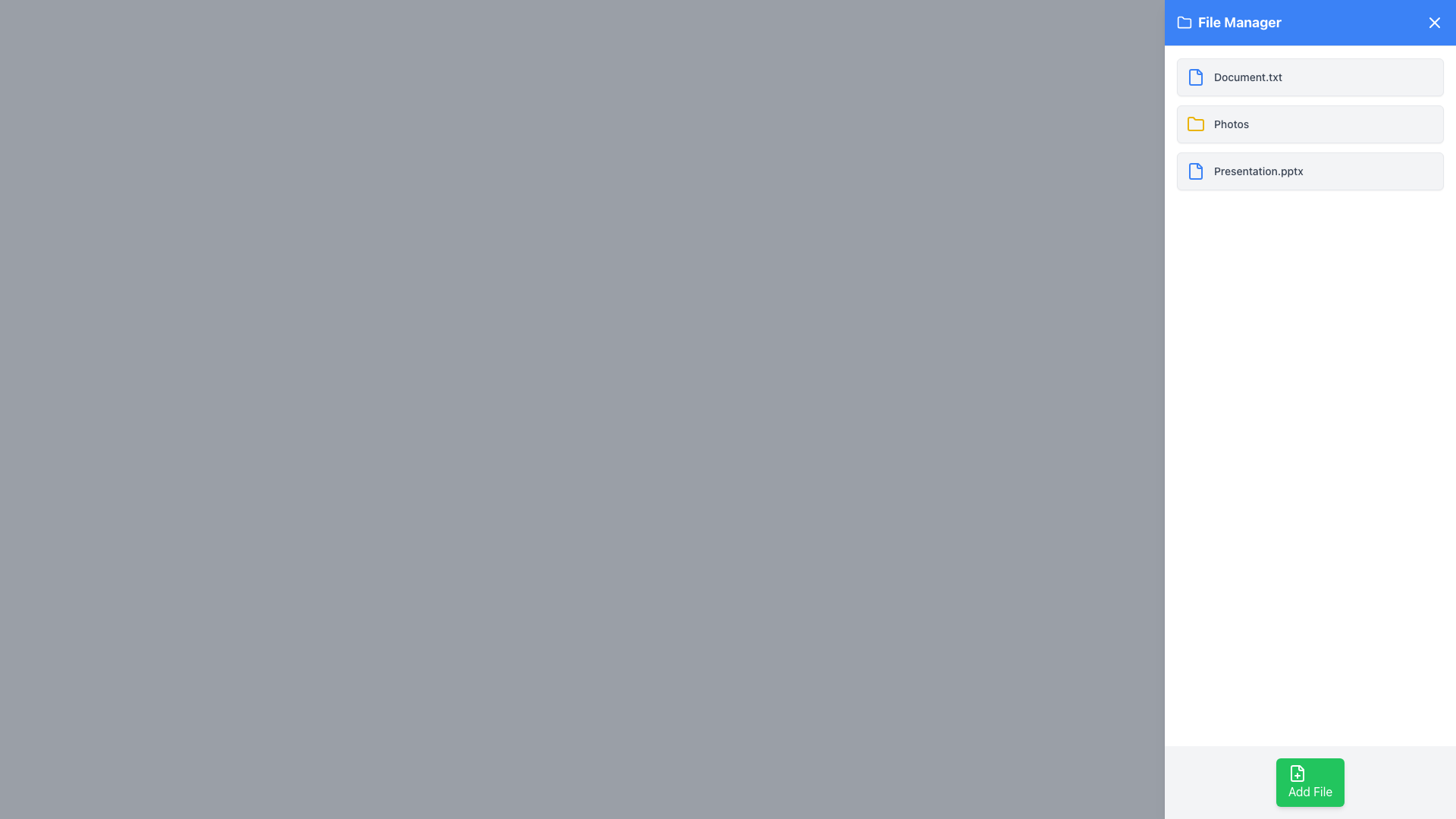 This screenshot has height=819, width=1456. Describe the element at coordinates (1195, 77) in the screenshot. I see `the SVG document icon located to the left of the label 'Document.txt' in the file manager's first row` at that location.